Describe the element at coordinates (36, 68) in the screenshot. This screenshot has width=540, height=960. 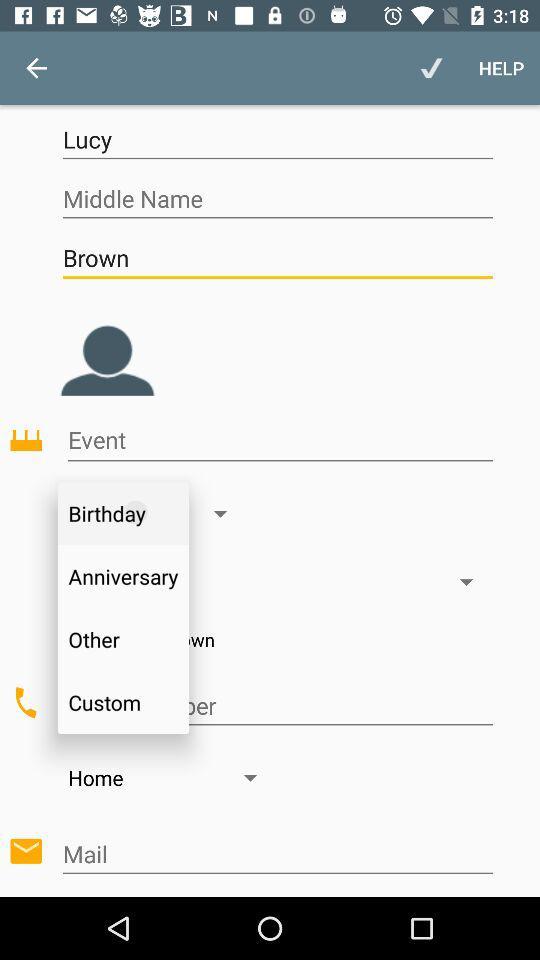
I see `icon above lucy item` at that location.